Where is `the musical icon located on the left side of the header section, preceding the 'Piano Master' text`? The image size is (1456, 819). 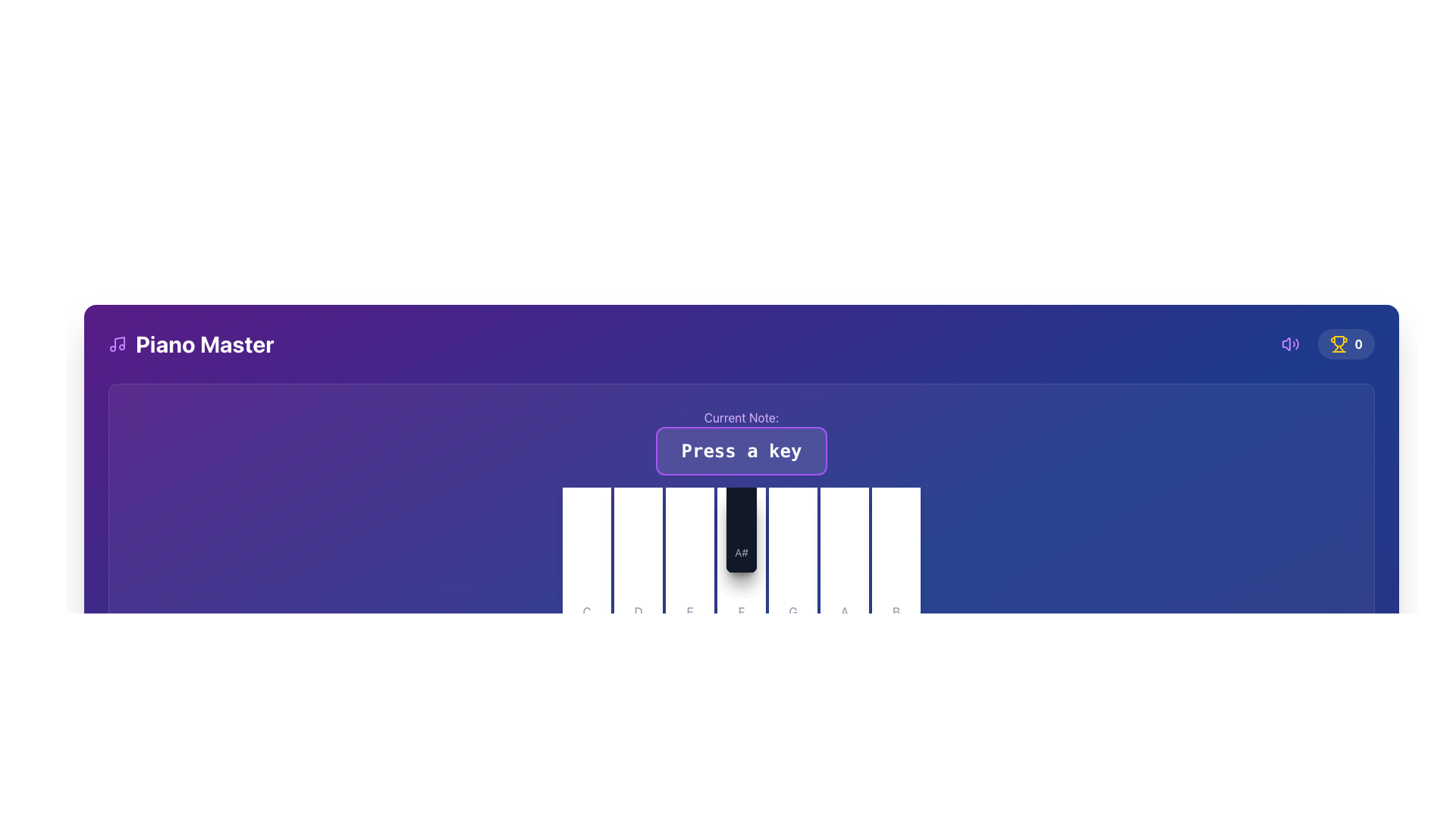 the musical icon located on the left side of the header section, preceding the 'Piano Master' text is located at coordinates (116, 344).